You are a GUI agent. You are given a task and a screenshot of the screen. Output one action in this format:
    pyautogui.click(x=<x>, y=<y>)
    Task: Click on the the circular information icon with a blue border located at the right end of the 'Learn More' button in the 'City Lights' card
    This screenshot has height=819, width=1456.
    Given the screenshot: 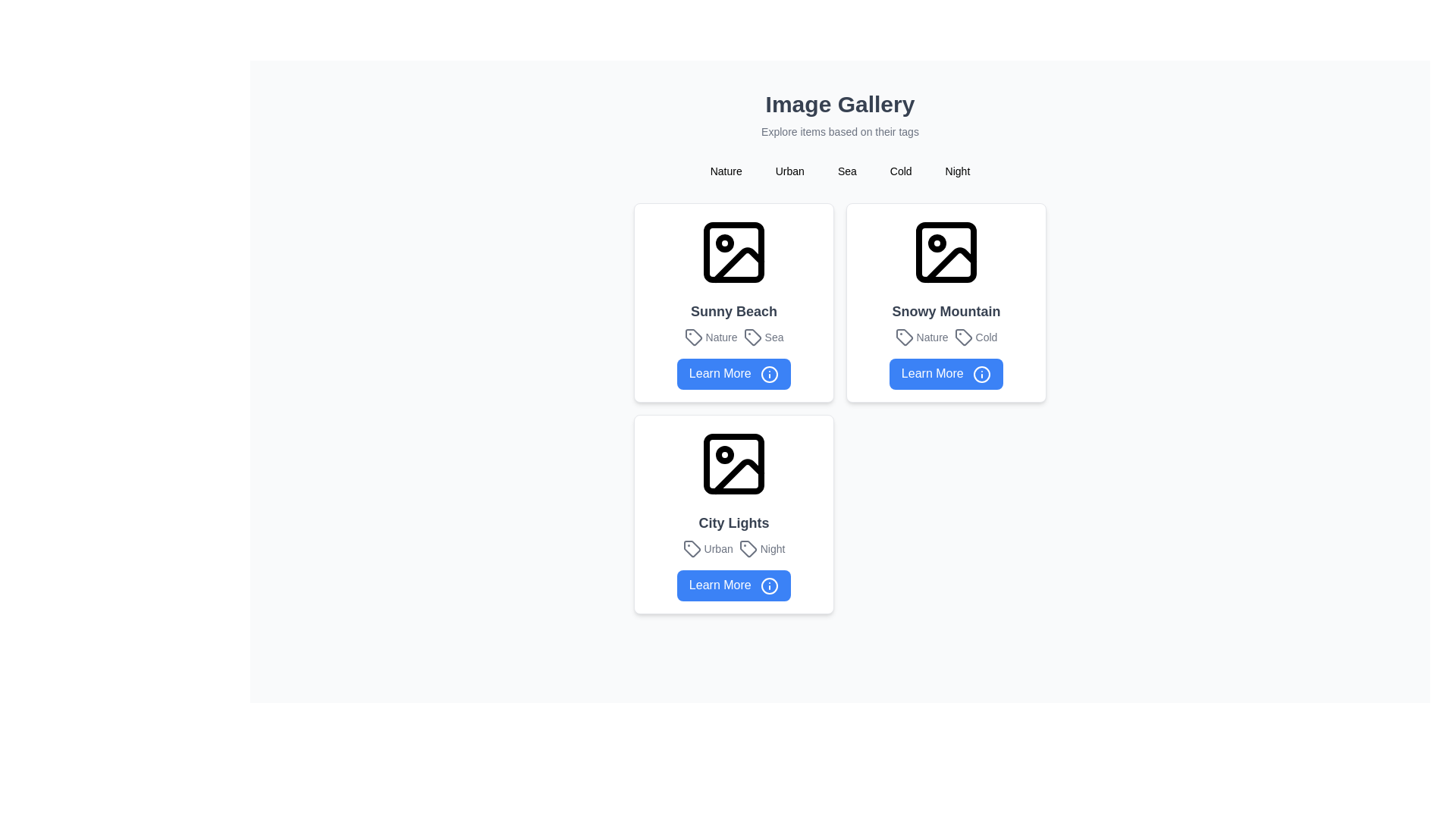 What is the action you would take?
    pyautogui.click(x=770, y=585)
    